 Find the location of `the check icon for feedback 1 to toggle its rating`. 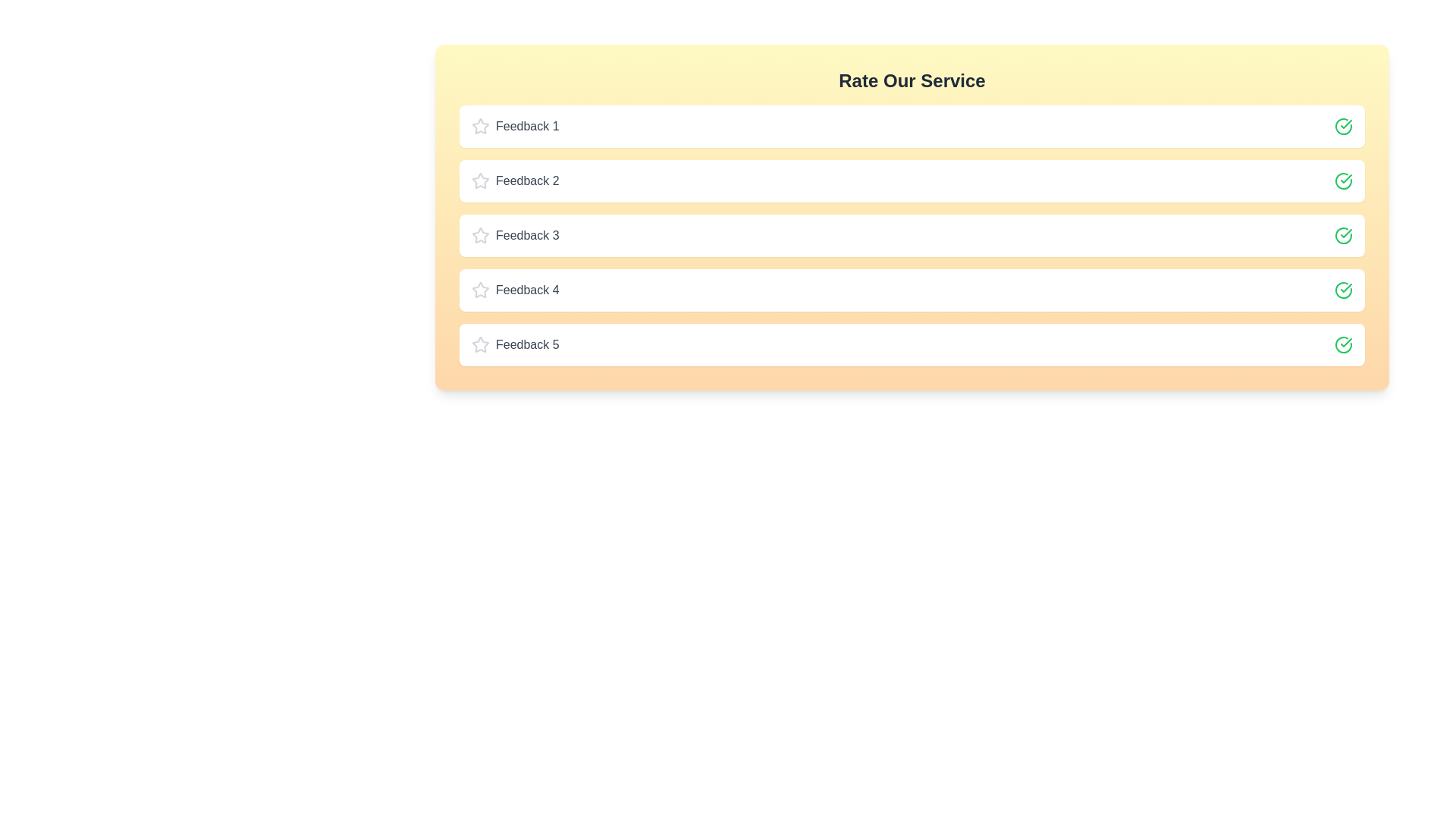

the check icon for feedback 1 to toggle its rating is located at coordinates (1343, 125).